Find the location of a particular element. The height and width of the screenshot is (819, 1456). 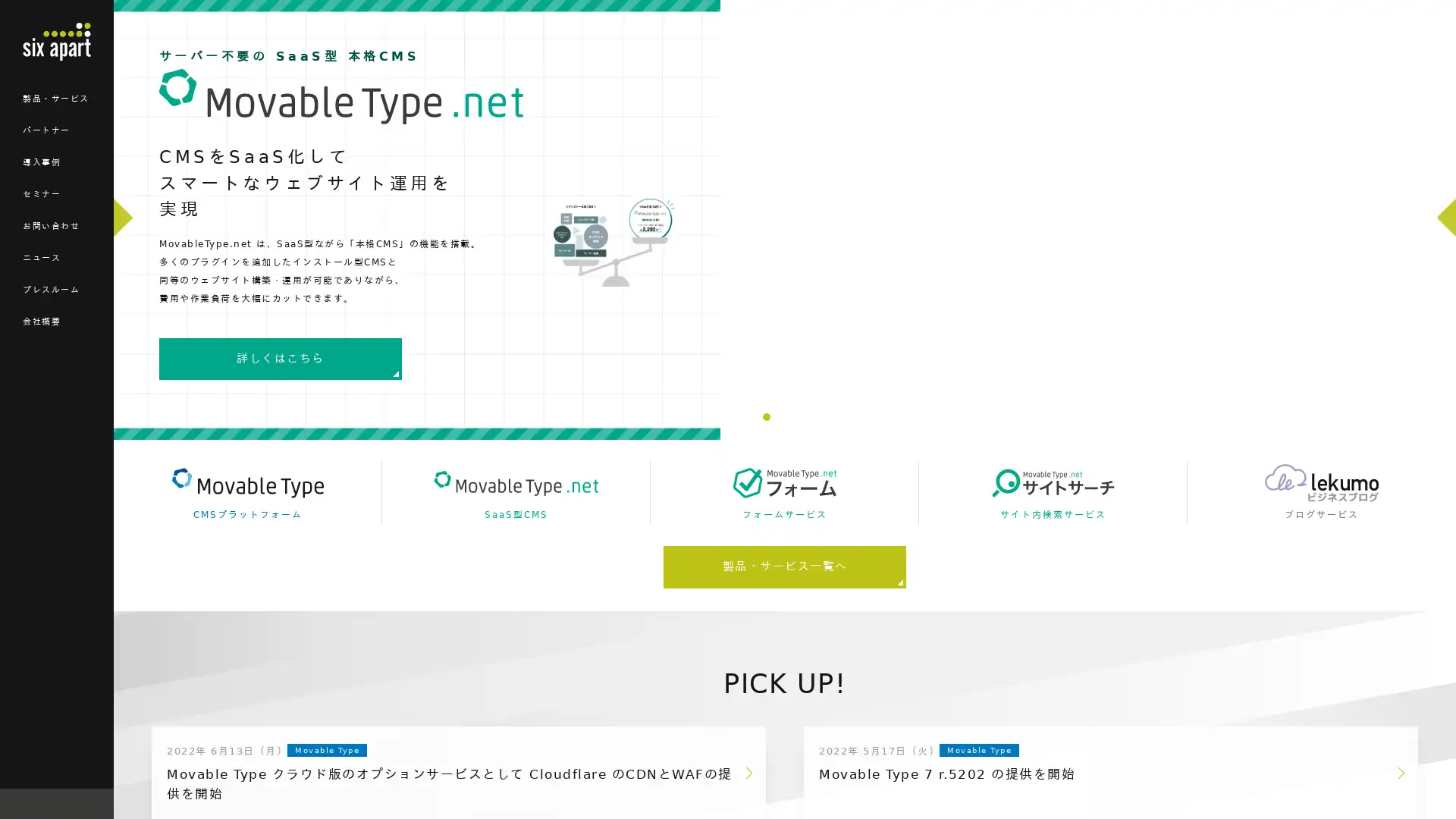

3 is located at coordinates (789, 417).